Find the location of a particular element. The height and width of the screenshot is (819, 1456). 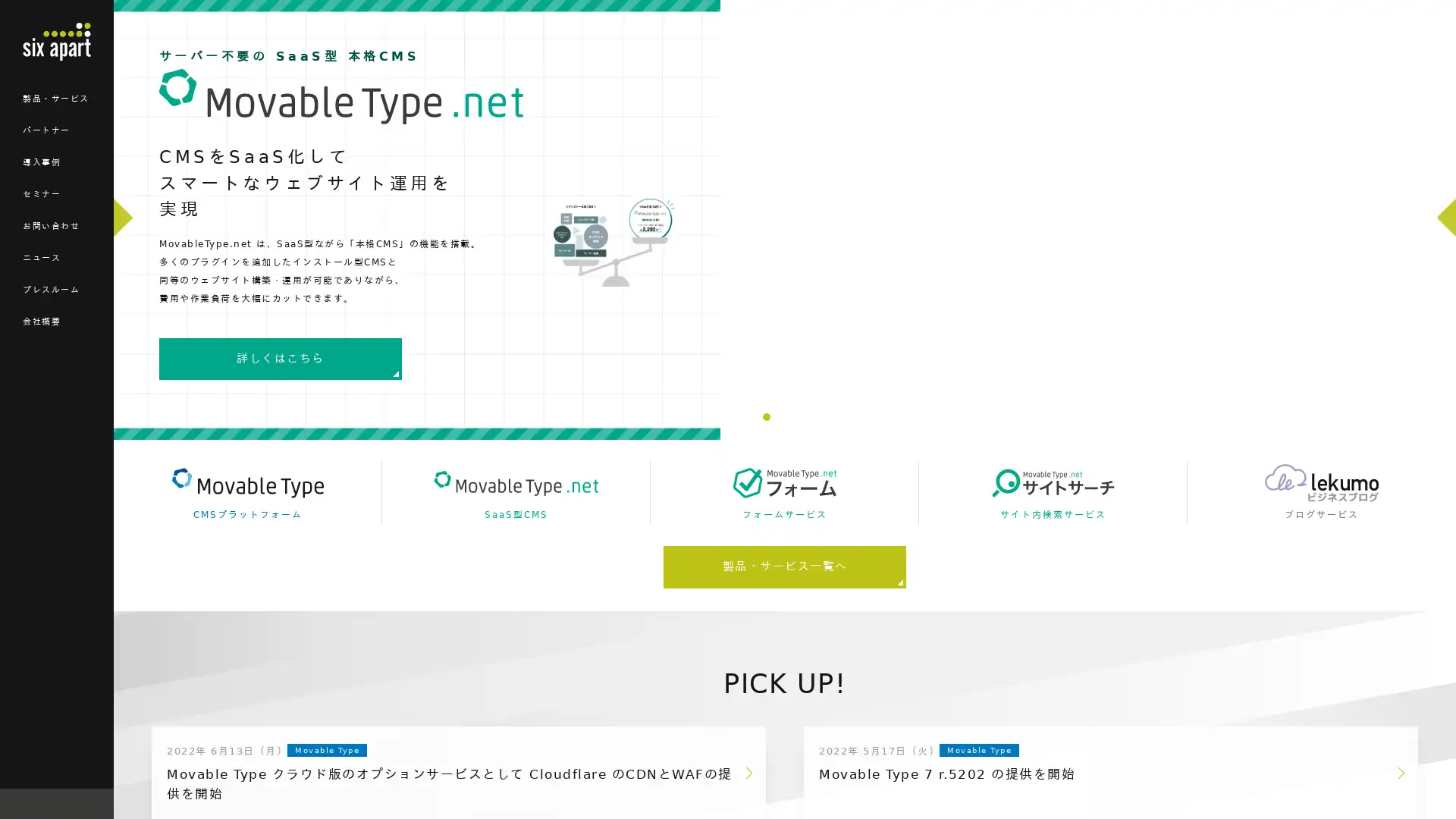

3 is located at coordinates (789, 417).